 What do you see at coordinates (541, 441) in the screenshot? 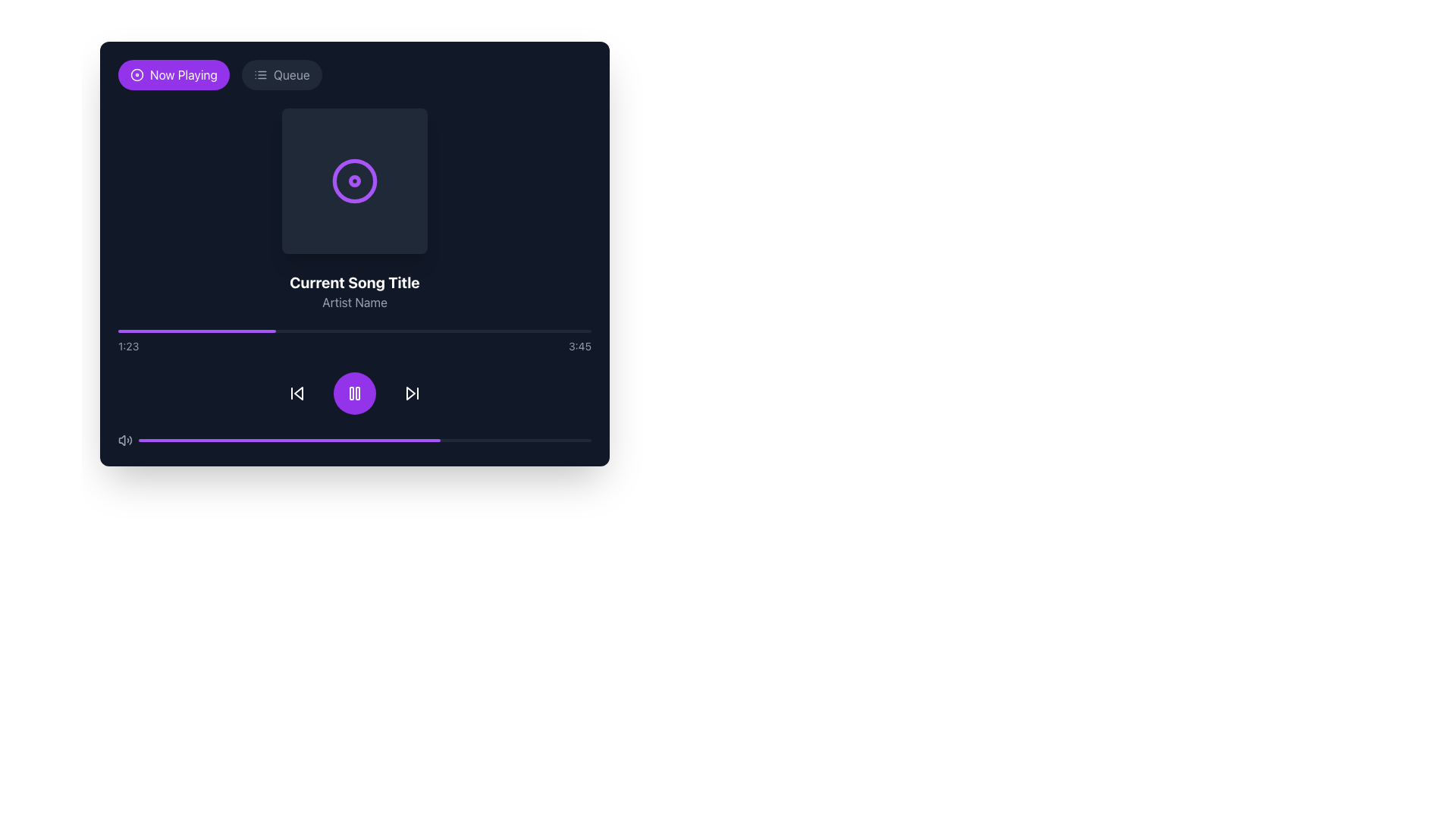
I see `the volume level` at bounding box center [541, 441].